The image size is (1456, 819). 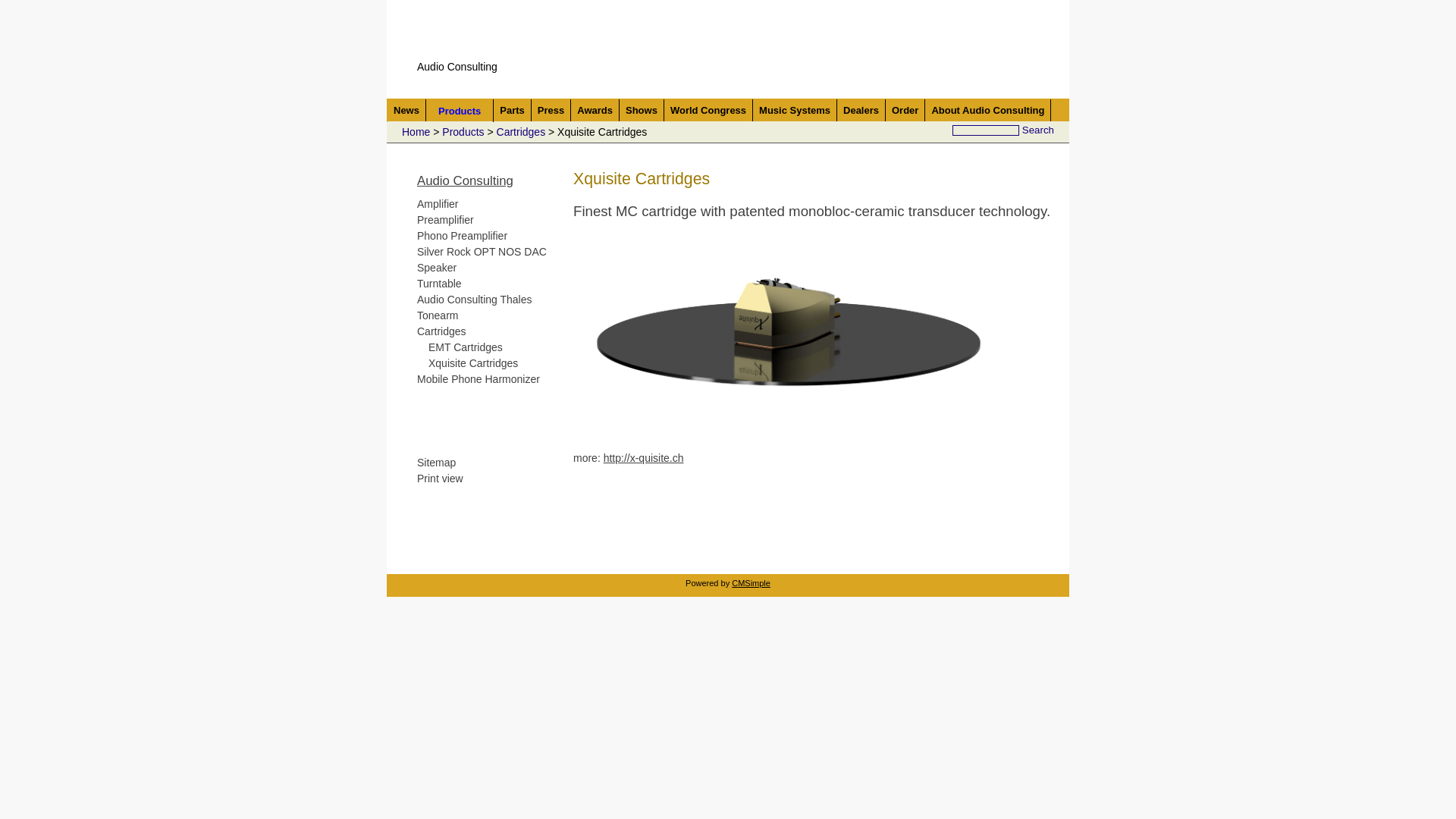 What do you see at coordinates (416, 130) in the screenshot?
I see `'Home'` at bounding box center [416, 130].